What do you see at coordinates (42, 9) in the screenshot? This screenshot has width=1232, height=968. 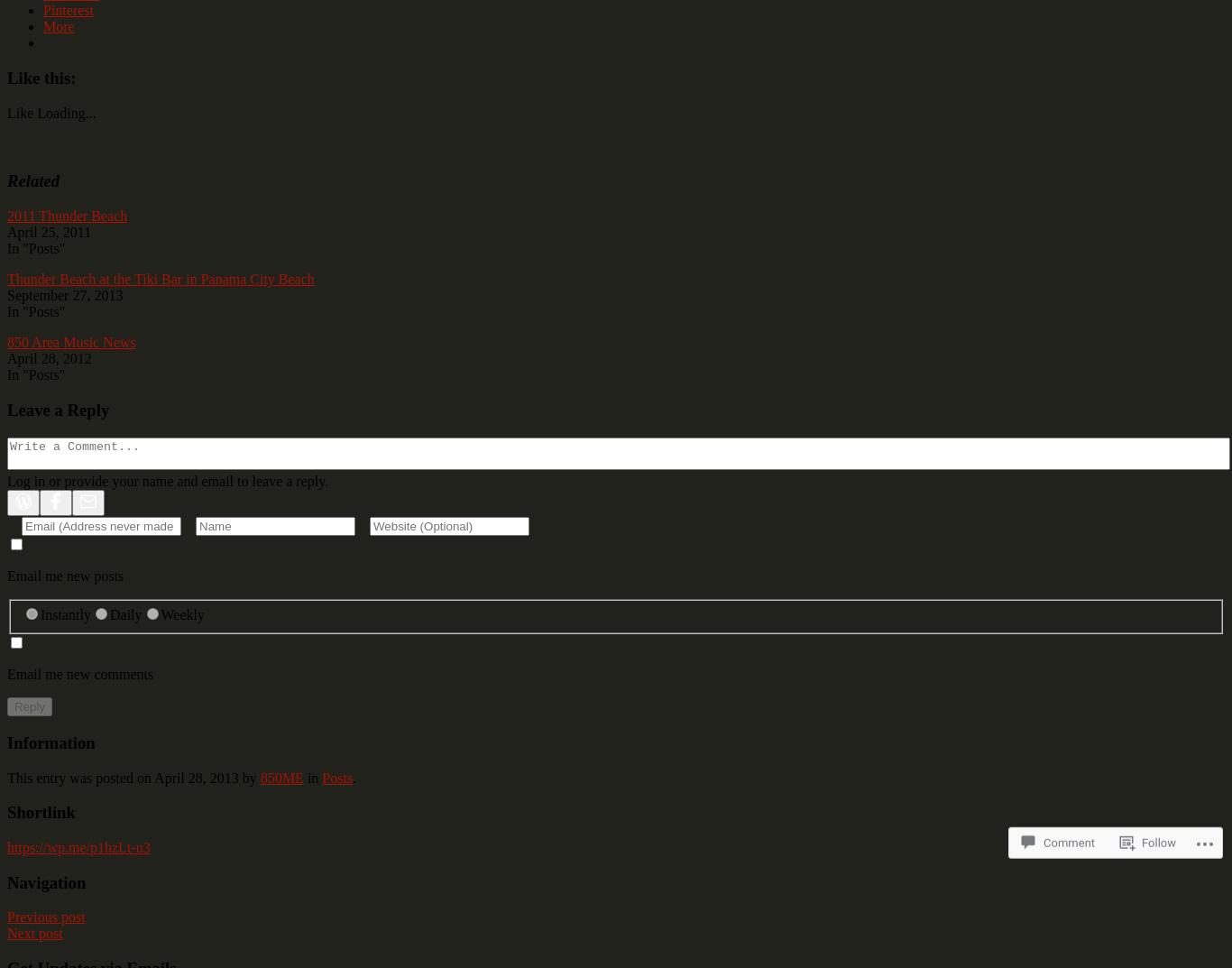 I see `'Pinterest'` at bounding box center [42, 9].